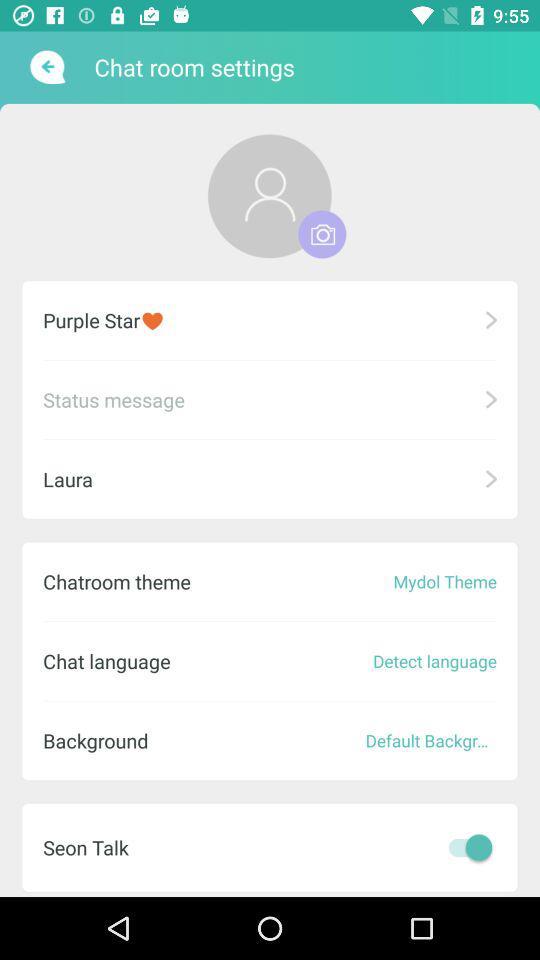 This screenshot has height=960, width=540. What do you see at coordinates (269, 196) in the screenshot?
I see `change profile pic` at bounding box center [269, 196].